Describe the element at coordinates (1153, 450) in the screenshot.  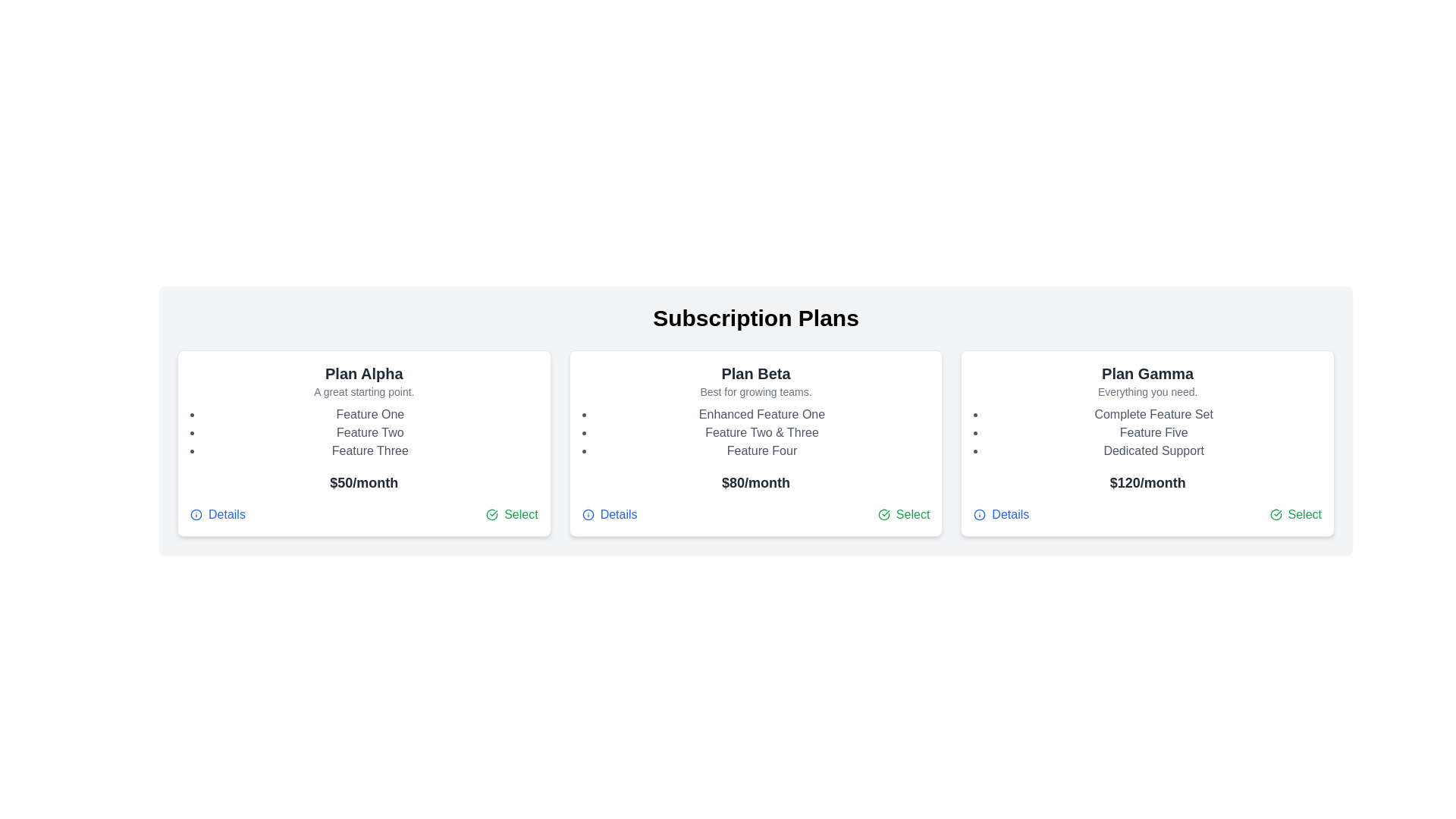
I see `the hierarchical position of the text label 'Dedicated Support', which is the third bullet point in the feature list under the 'Plan Gamma' subscription plan` at that location.